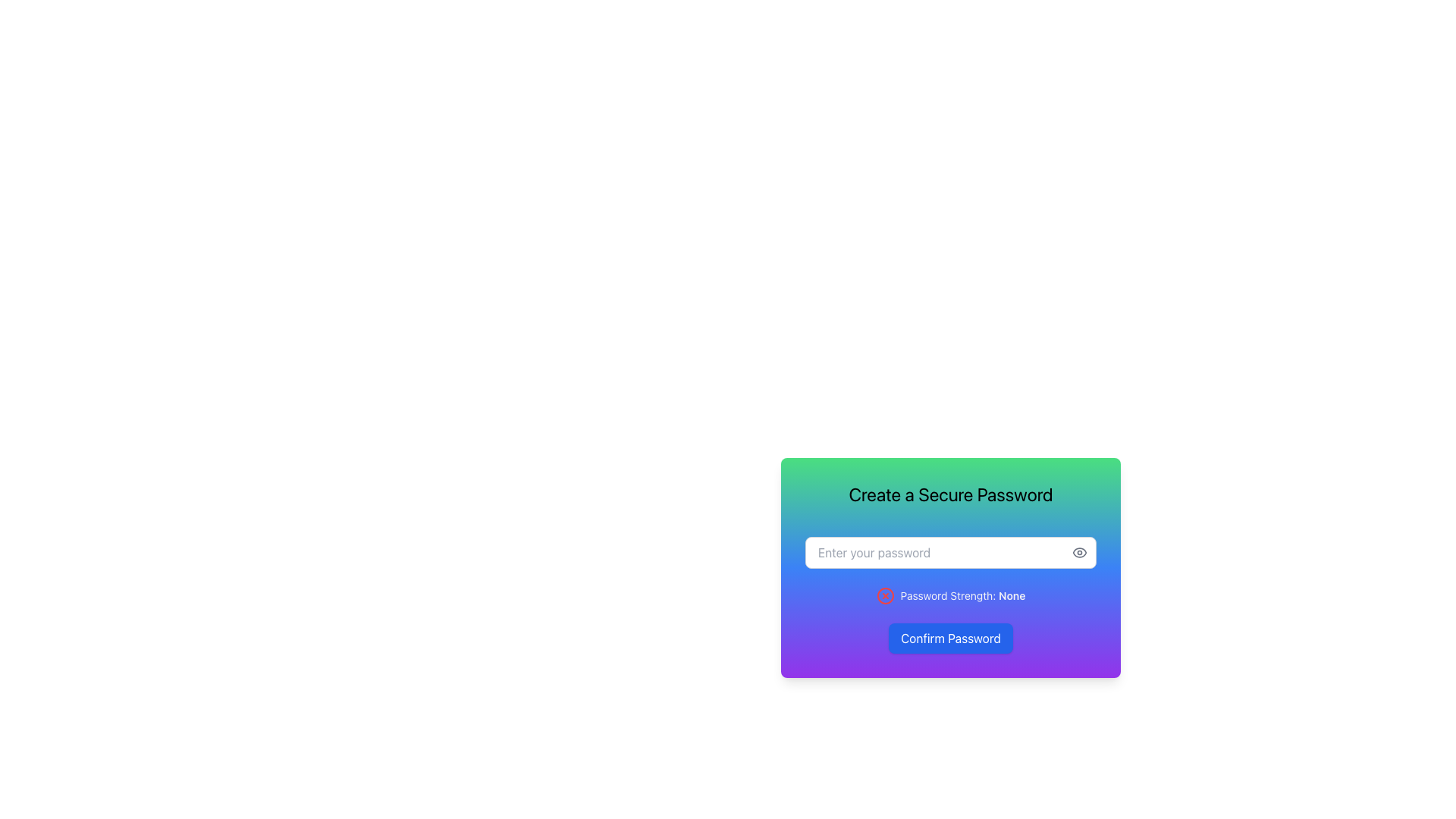  Describe the element at coordinates (949, 638) in the screenshot. I see `the 'Confirm Password' button with a blue background to activate keyboard interaction` at that location.